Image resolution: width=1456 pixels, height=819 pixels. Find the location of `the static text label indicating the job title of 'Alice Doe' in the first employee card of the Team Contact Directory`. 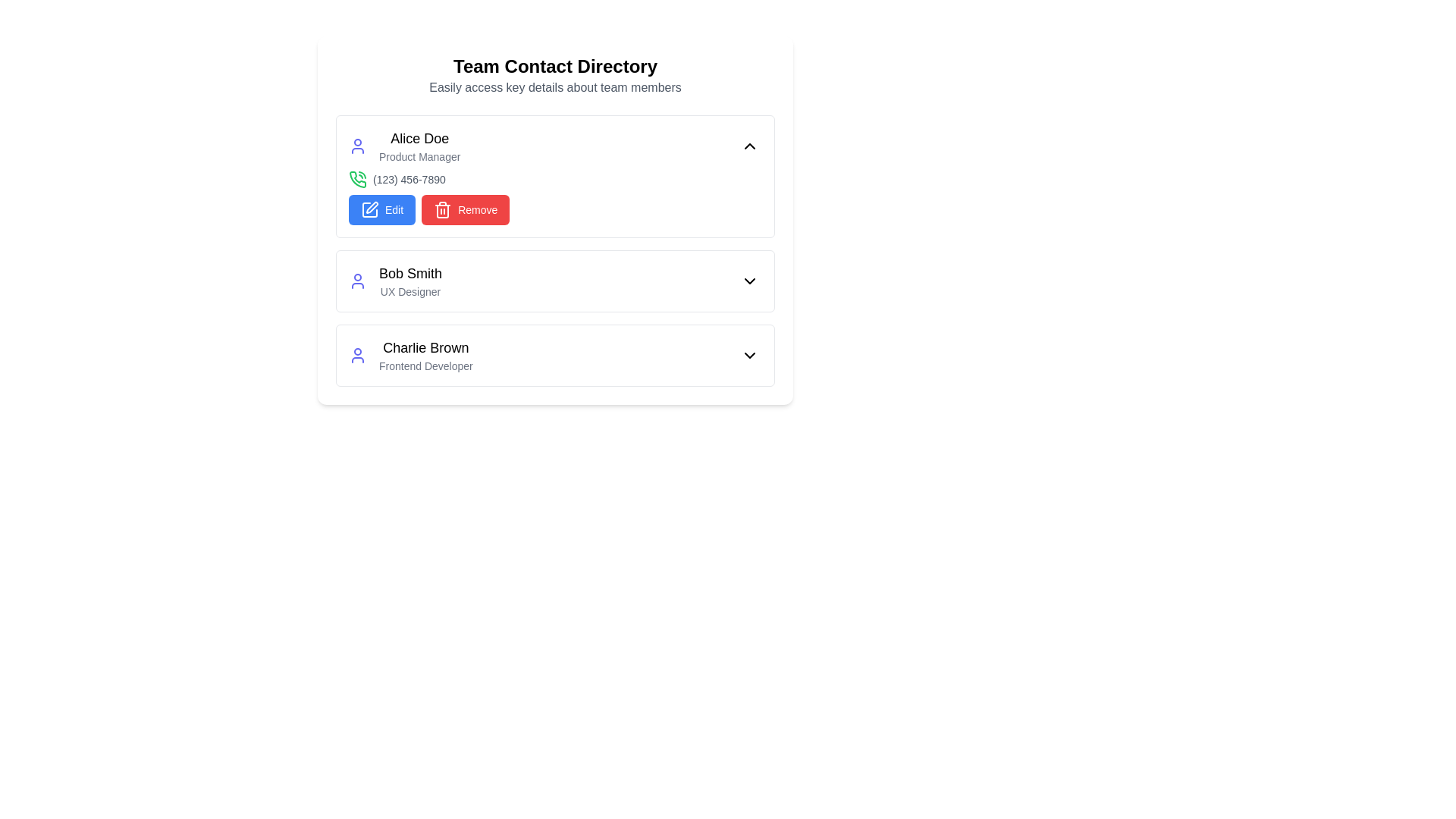

the static text label indicating the job title of 'Alice Doe' in the first employee card of the Team Contact Directory is located at coordinates (419, 157).